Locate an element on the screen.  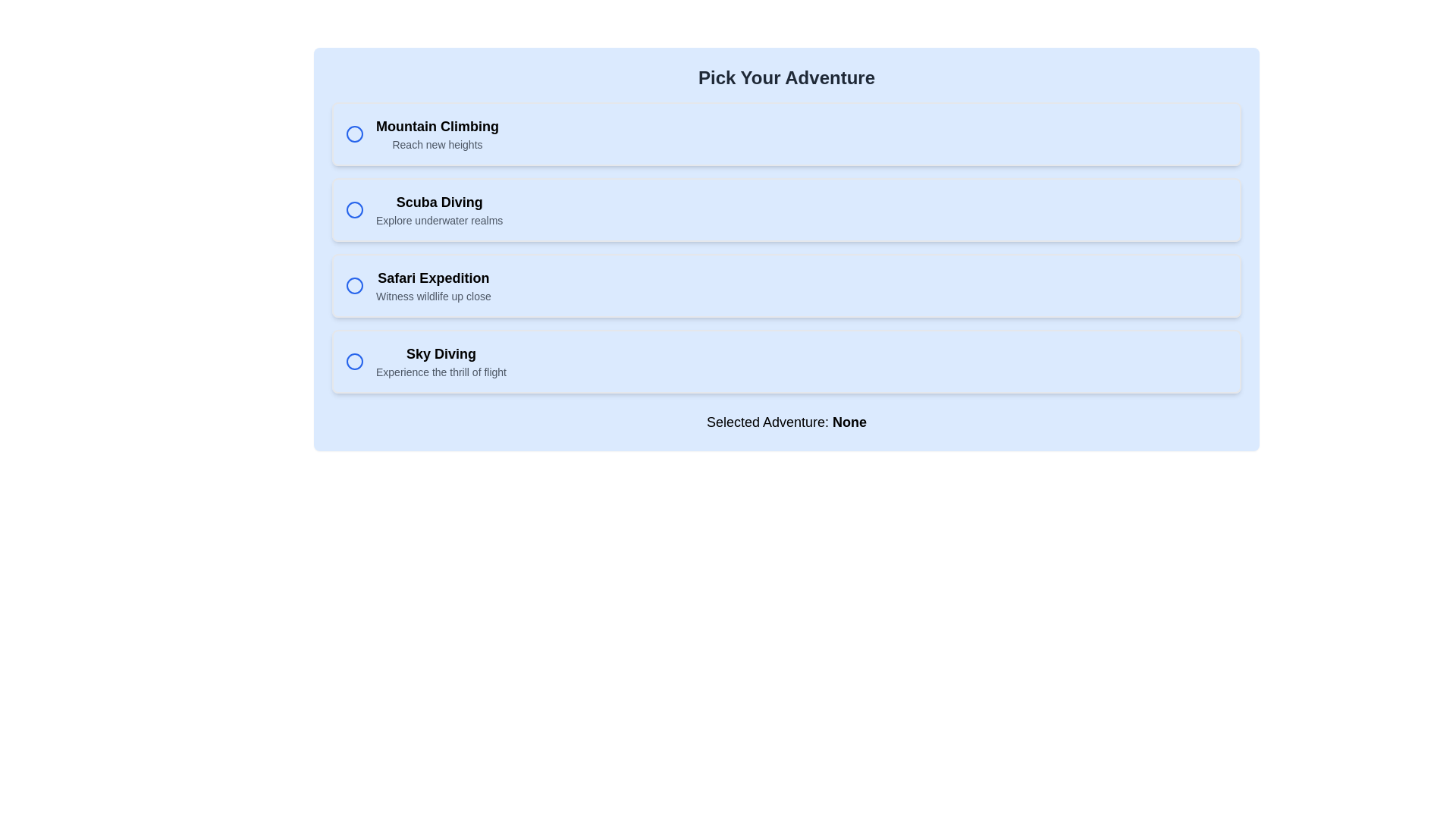
descriptive information provided by the 'Sky Diving' text label located under the 'Pick Your Adventure' section, immediately below the 'Sky Diving' heading is located at coordinates (440, 372).